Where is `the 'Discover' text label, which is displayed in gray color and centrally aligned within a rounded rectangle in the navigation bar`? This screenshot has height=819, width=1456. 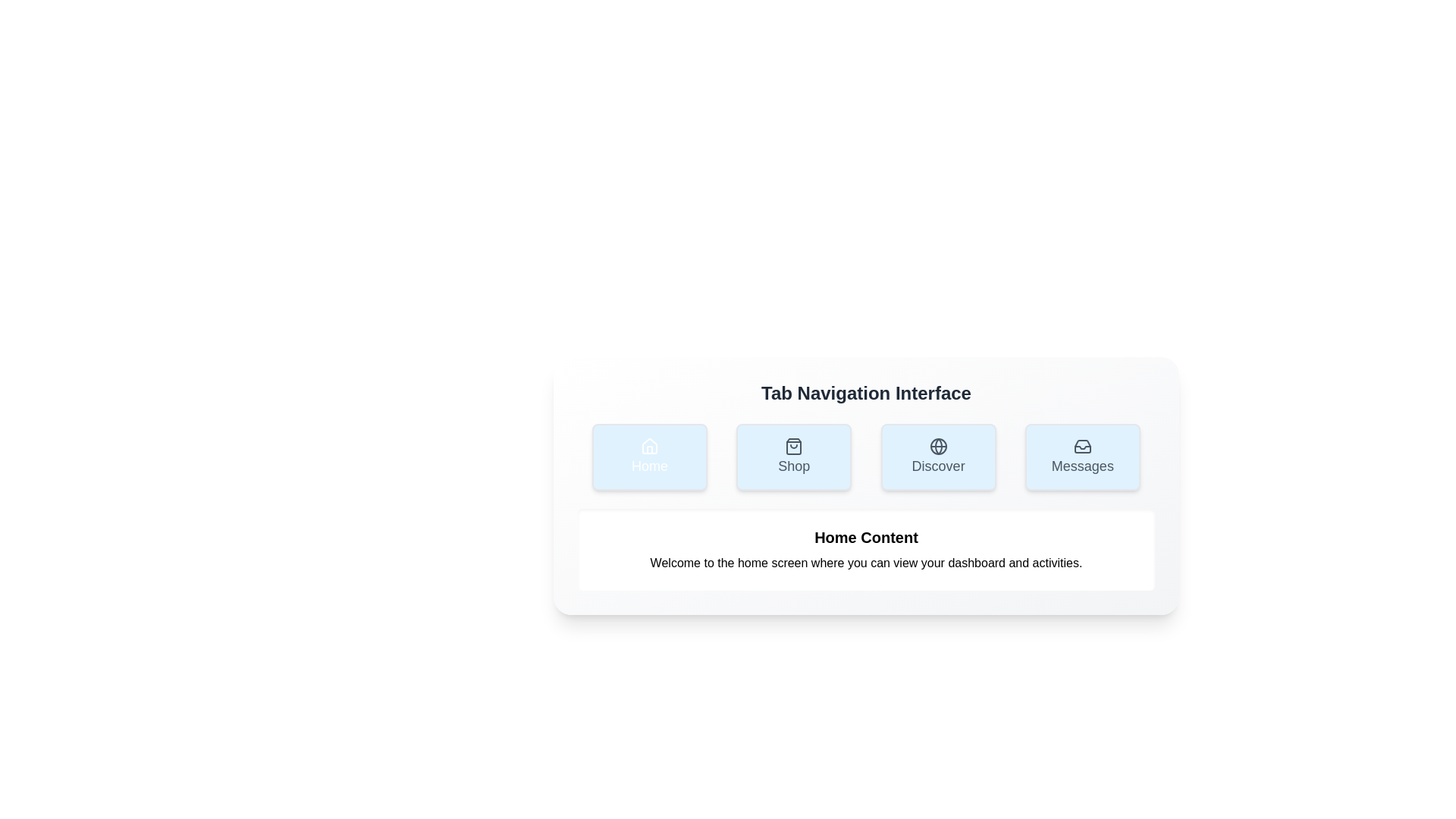 the 'Discover' text label, which is displayed in gray color and centrally aligned within a rounded rectangle in the navigation bar is located at coordinates (937, 465).